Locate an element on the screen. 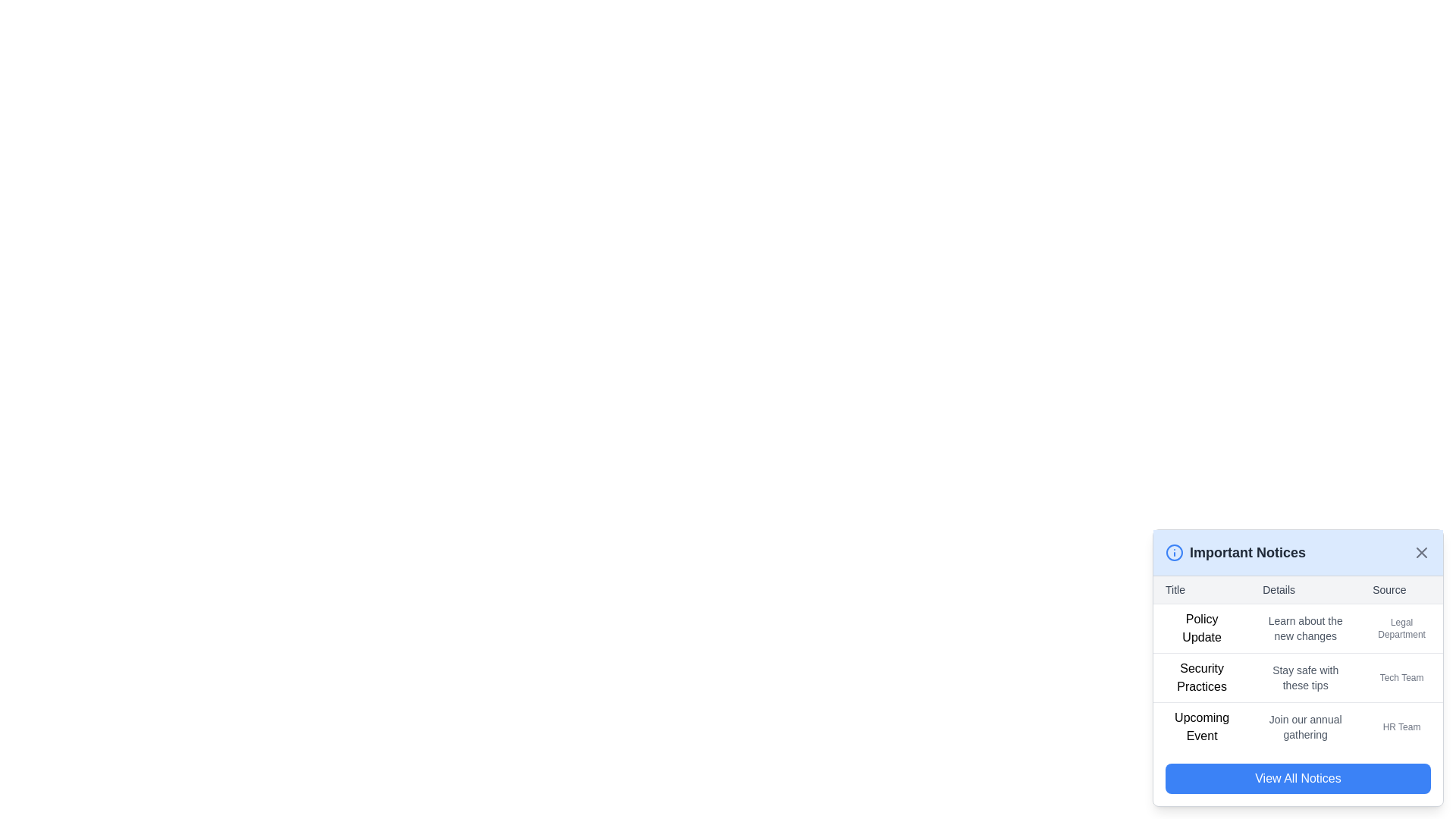 Image resolution: width=1456 pixels, height=819 pixels. the circular SVG Icon with a blue border located to the far left of the 'Important Notices' header section is located at coordinates (1174, 553).